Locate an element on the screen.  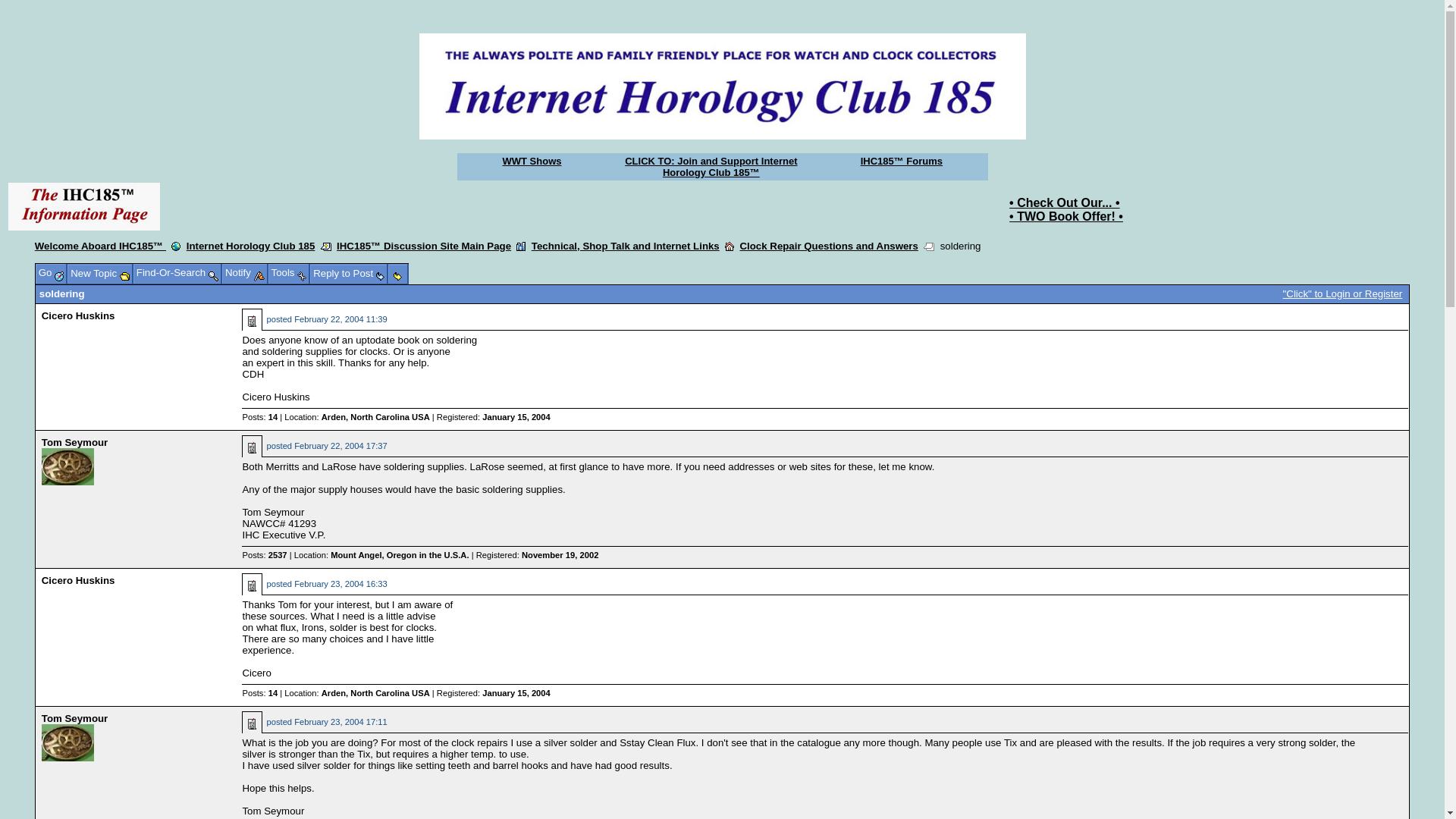
'Picture of Tom Seymour' is located at coordinates (67, 741).